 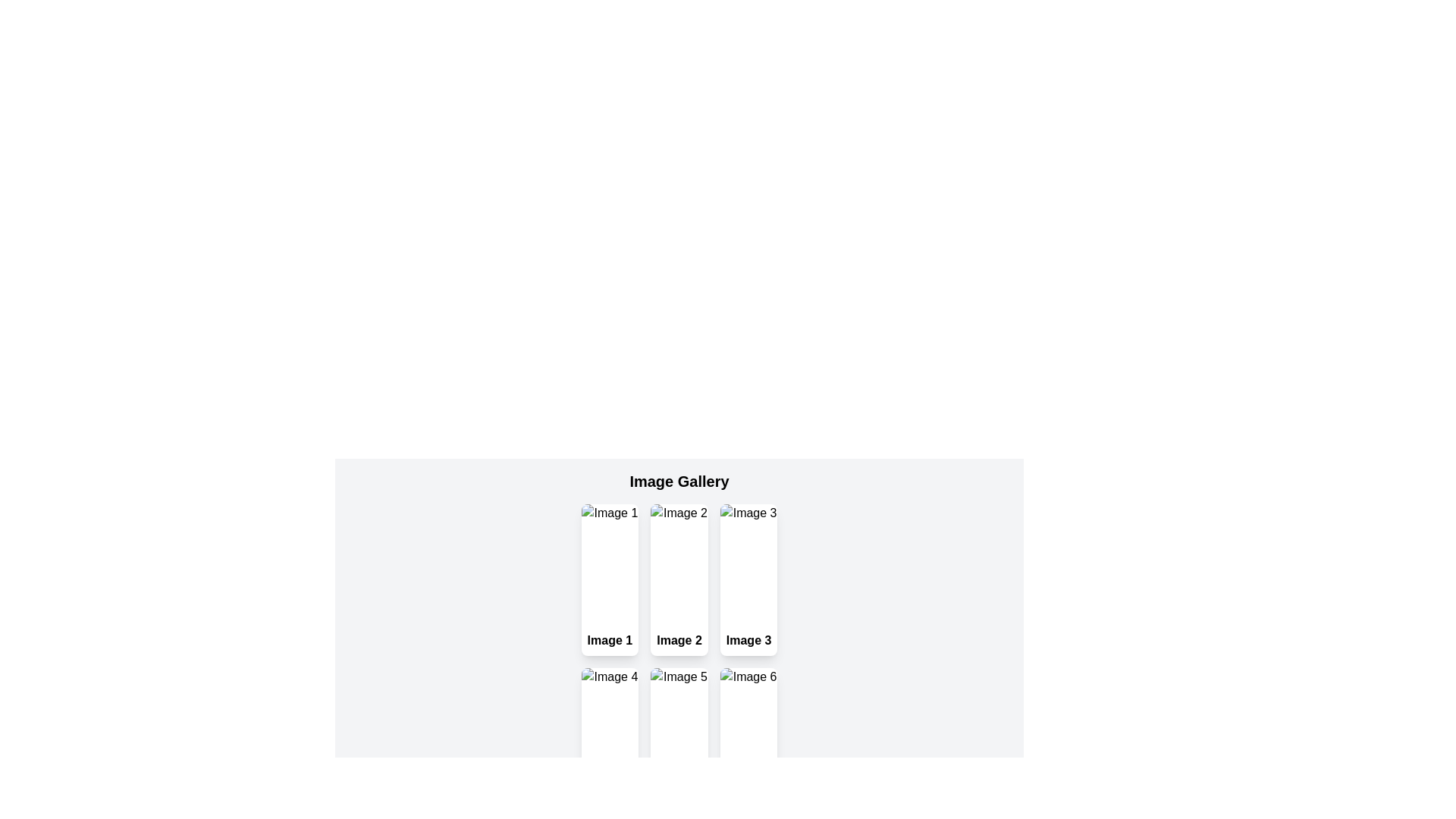 I want to click on the rectangular image placeholder labeled 'Image 6', so click(x=748, y=727).